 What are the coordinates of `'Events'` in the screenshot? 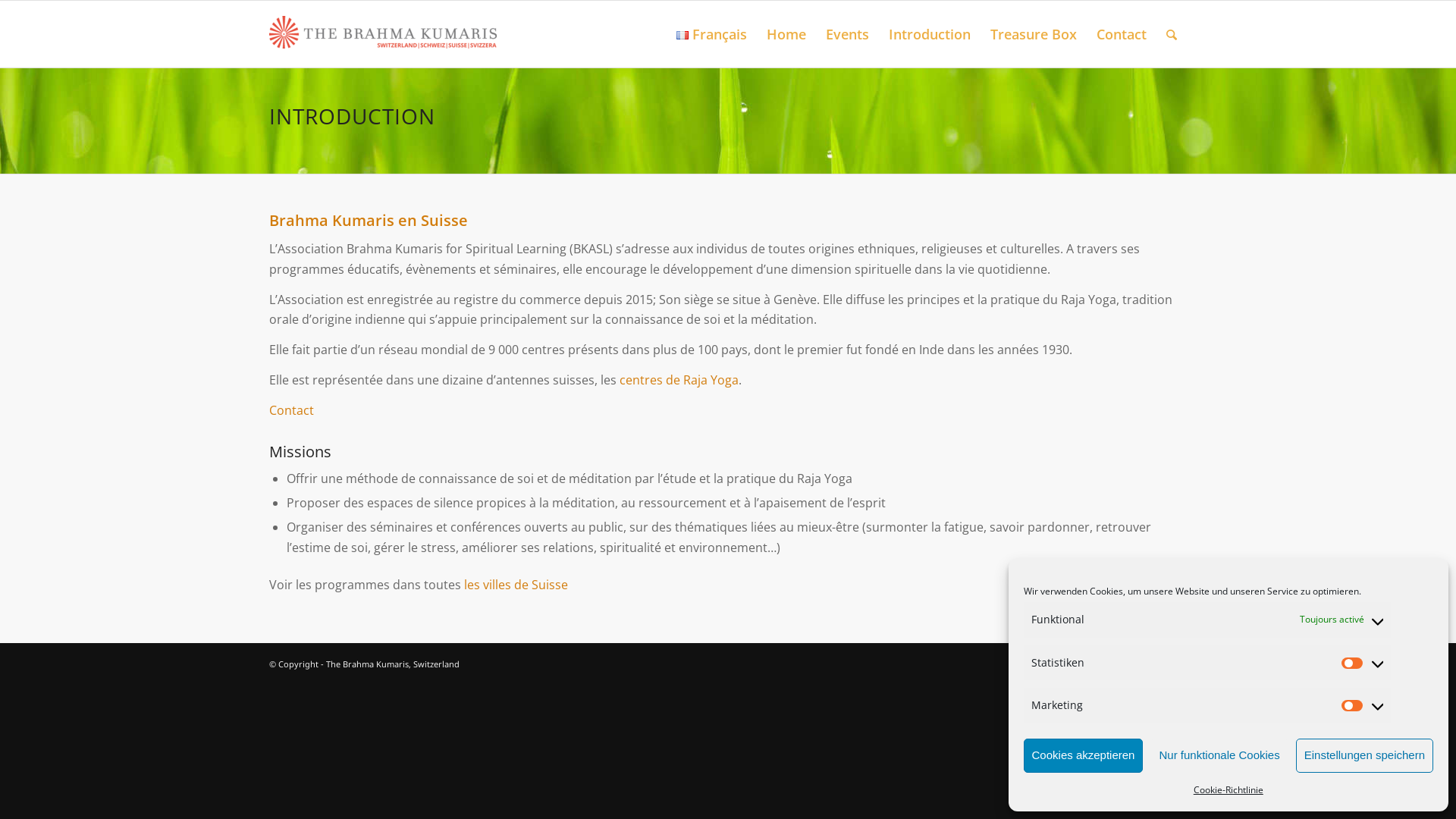 It's located at (846, 34).